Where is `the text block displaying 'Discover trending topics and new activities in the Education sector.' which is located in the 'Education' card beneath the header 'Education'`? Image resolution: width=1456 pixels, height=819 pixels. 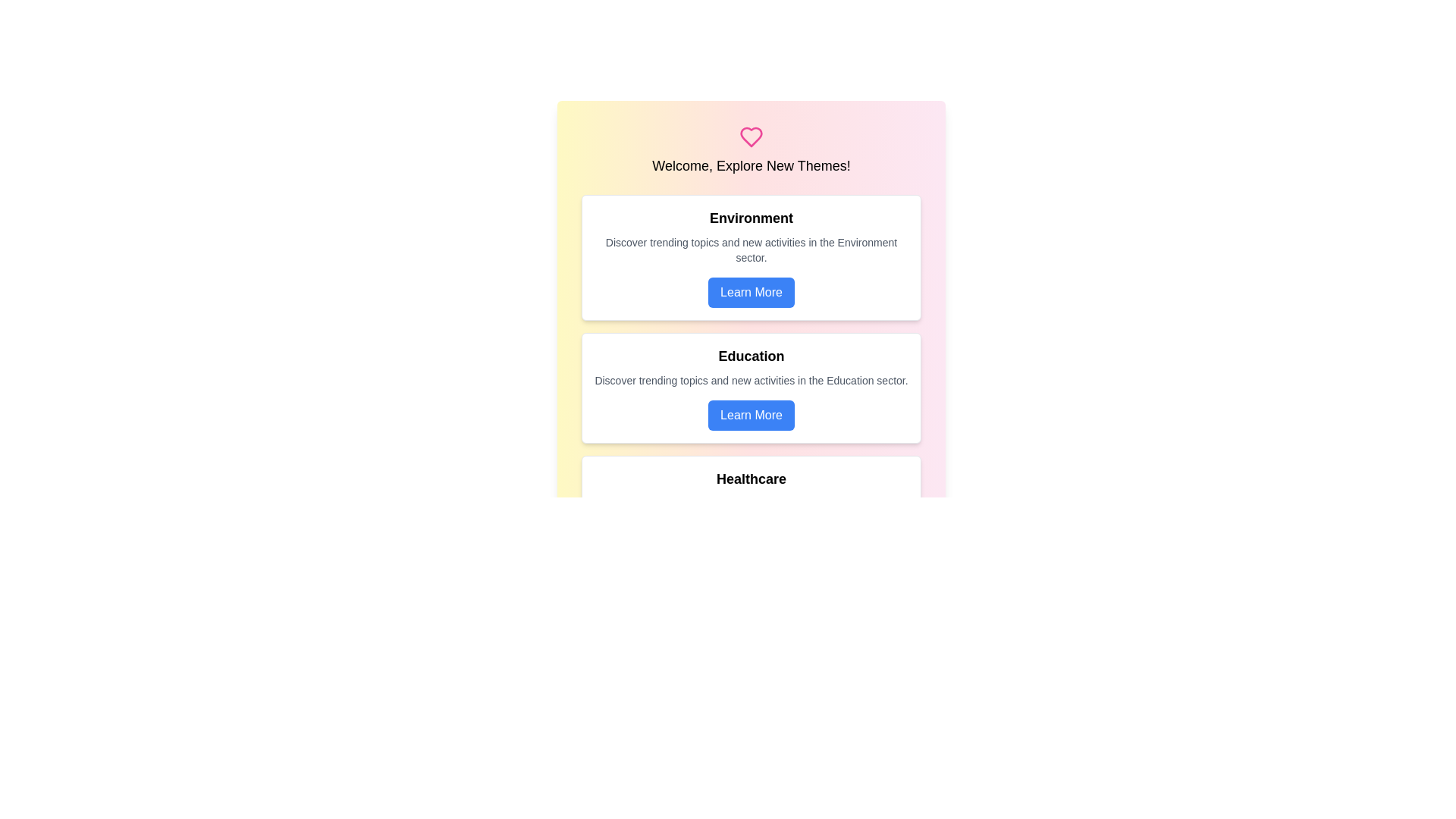
the text block displaying 'Discover trending topics and new activities in the Education sector.' which is located in the 'Education' card beneath the header 'Education' is located at coordinates (751, 379).